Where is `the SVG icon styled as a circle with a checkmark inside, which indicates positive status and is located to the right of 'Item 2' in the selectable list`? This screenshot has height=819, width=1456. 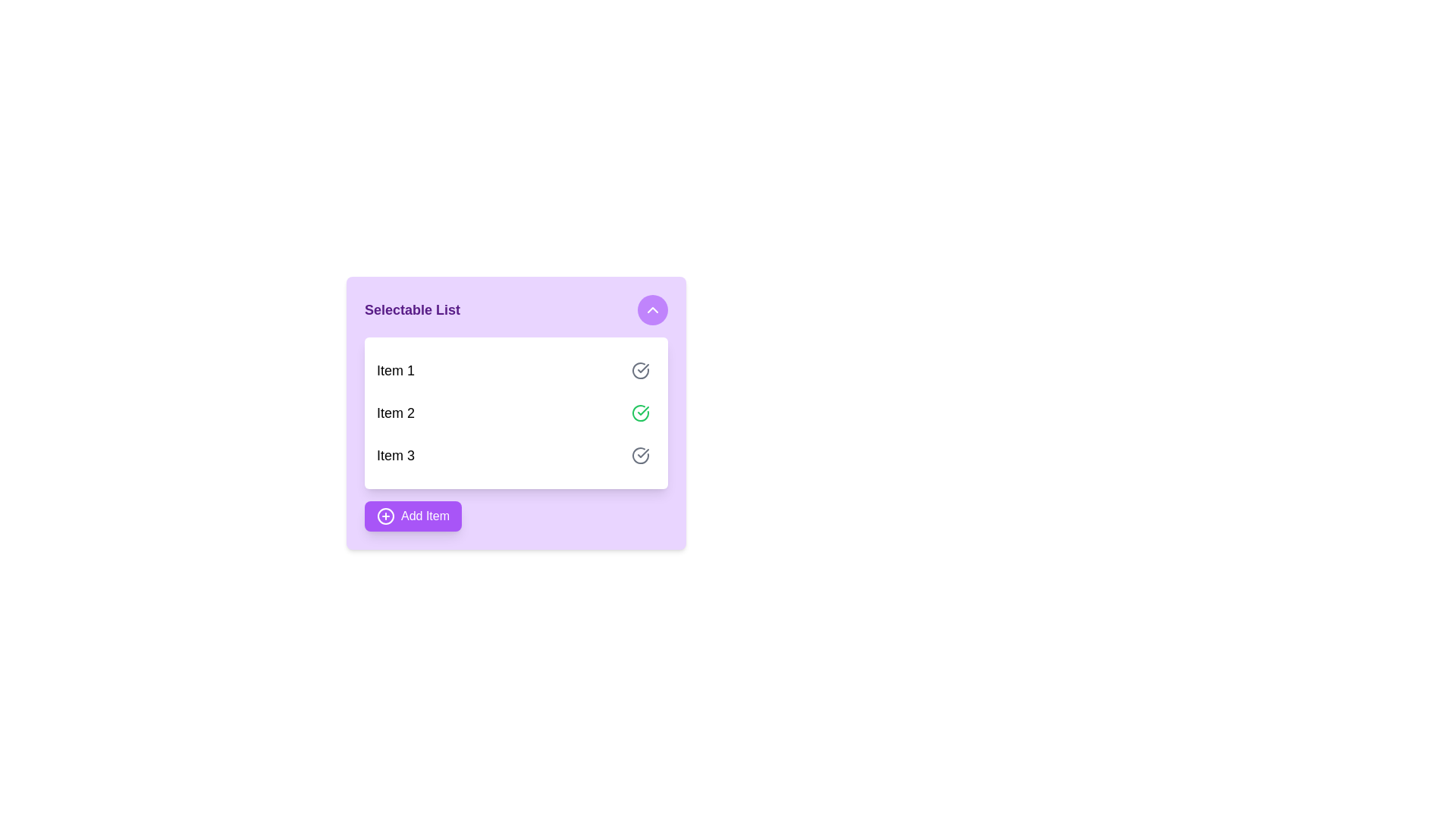 the SVG icon styled as a circle with a checkmark inside, which indicates positive status and is located to the right of 'Item 2' in the selectable list is located at coordinates (640, 413).